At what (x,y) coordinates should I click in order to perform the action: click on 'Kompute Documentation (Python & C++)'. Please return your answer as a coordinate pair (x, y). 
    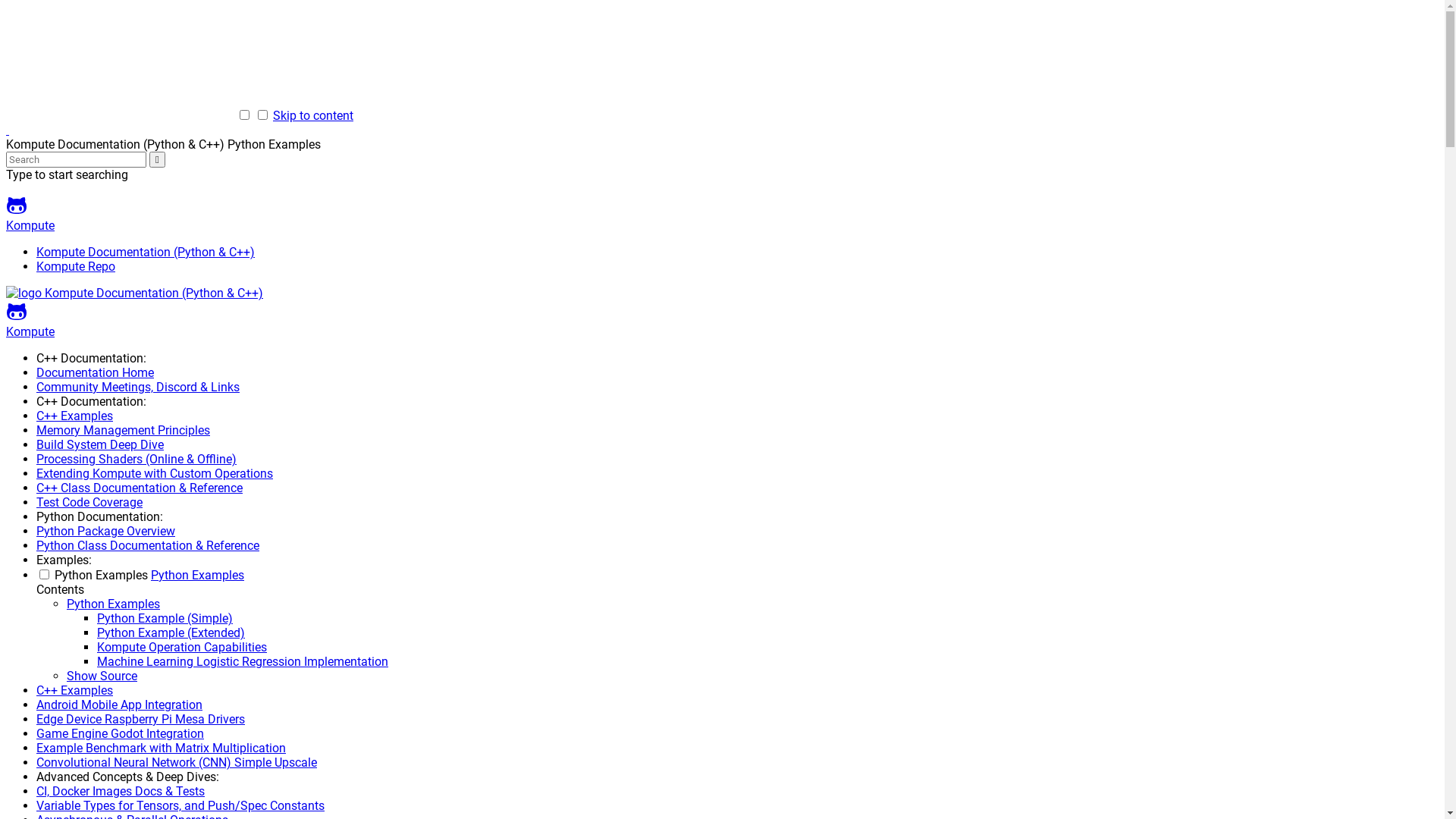
    Looking at the image, I should click on (153, 293).